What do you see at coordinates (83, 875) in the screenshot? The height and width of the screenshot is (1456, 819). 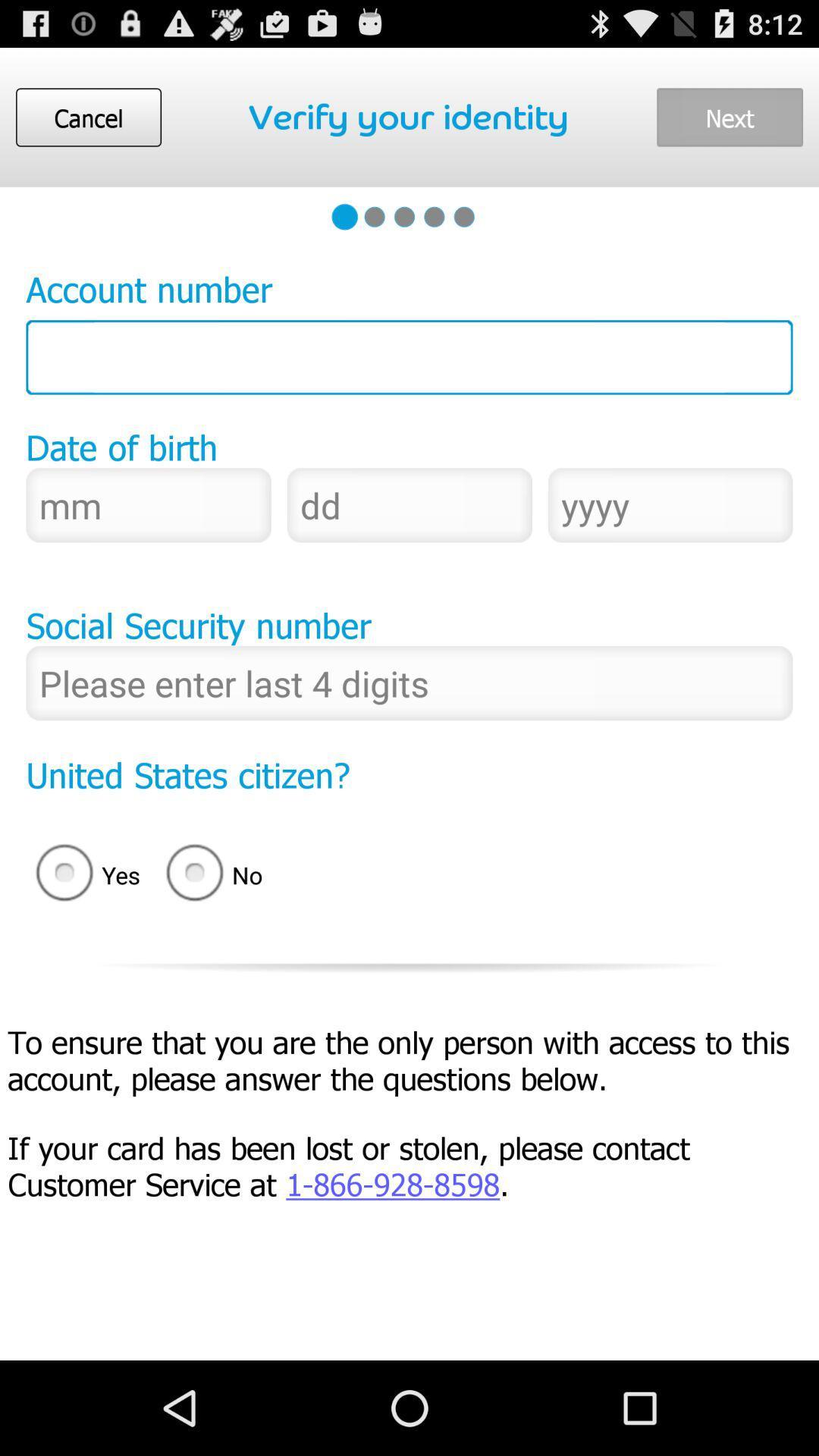 I see `the item to the left of the no item` at bounding box center [83, 875].